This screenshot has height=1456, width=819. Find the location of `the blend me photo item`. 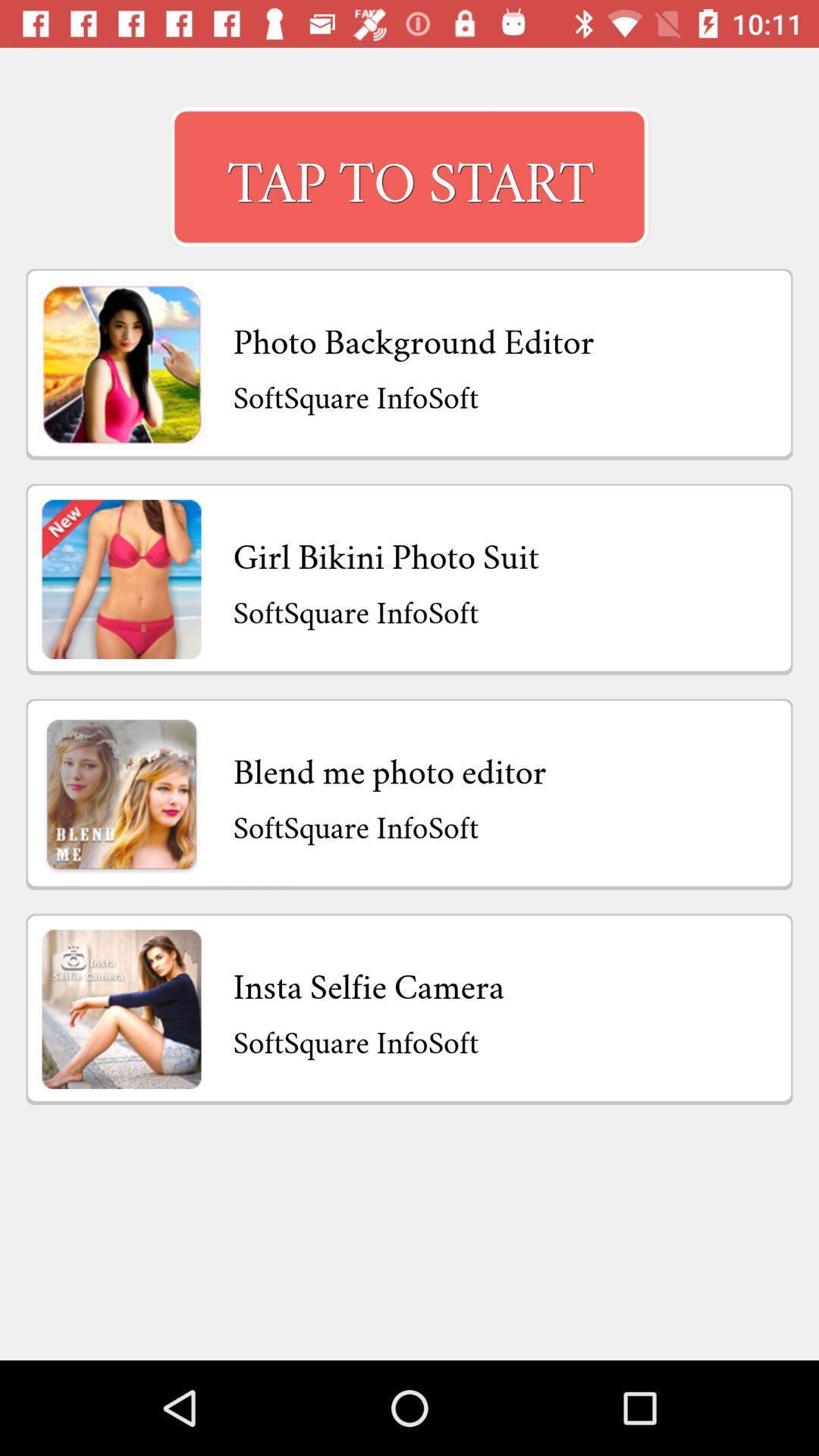

the blend me photo item is located at coordinates (389, 767).